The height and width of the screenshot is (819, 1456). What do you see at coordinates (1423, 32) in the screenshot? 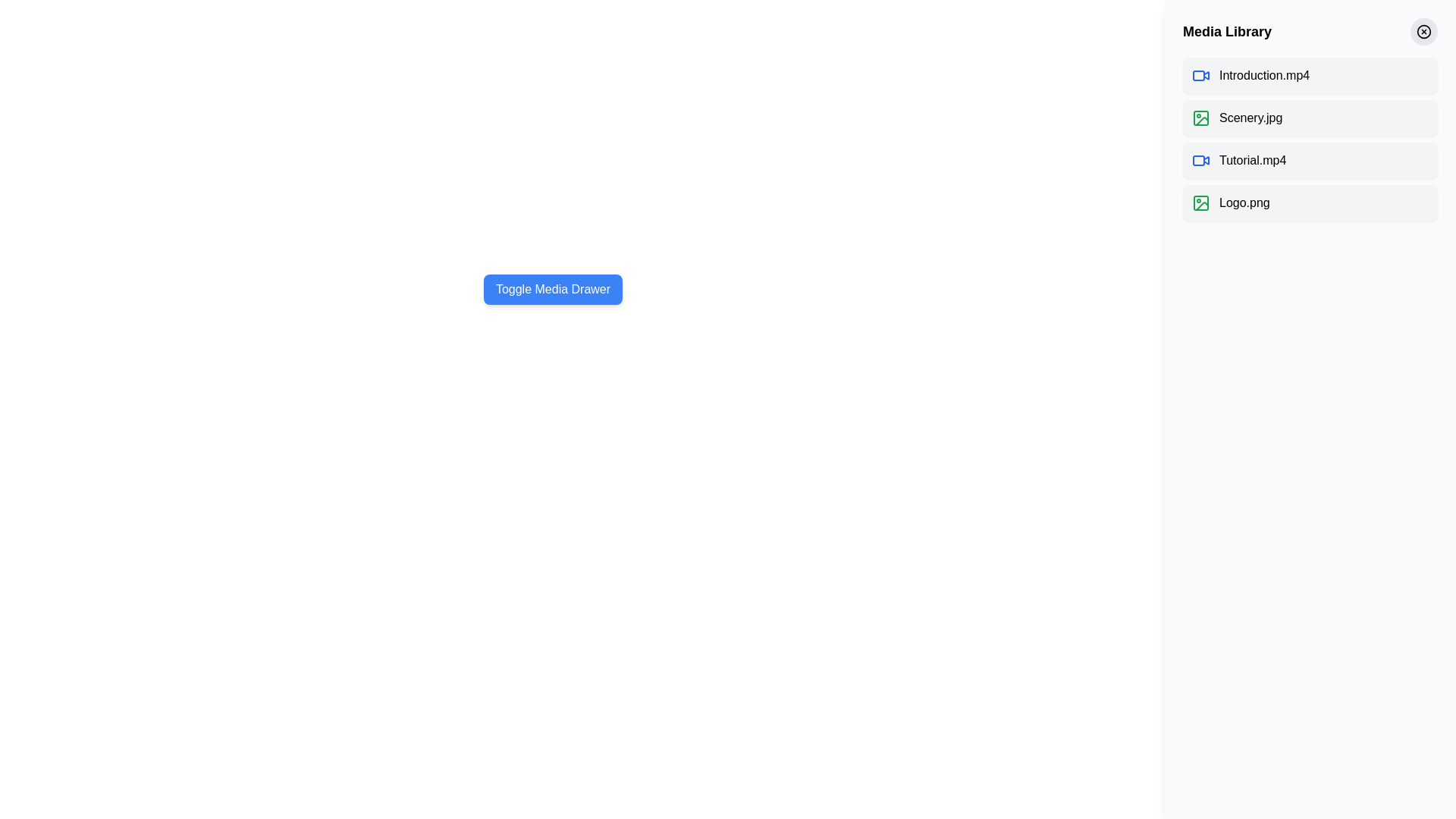
I see `the close or dismiss button located in the top-right corner of the 'Media Library' section, next to the heading text 'Media Library'` at bounding box center [1423, 32].